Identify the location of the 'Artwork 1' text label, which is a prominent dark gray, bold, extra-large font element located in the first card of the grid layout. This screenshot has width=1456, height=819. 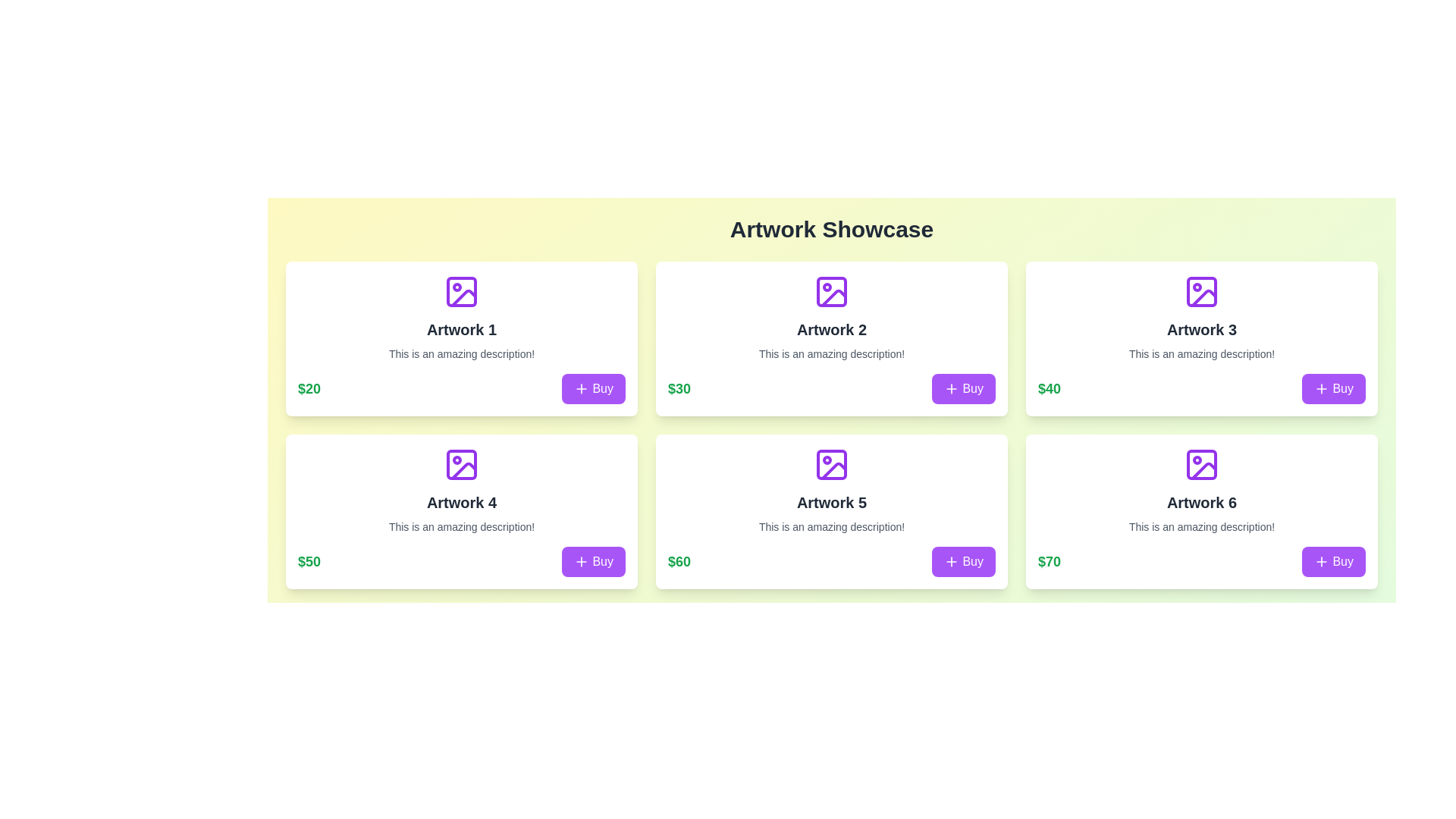
(461, 329).